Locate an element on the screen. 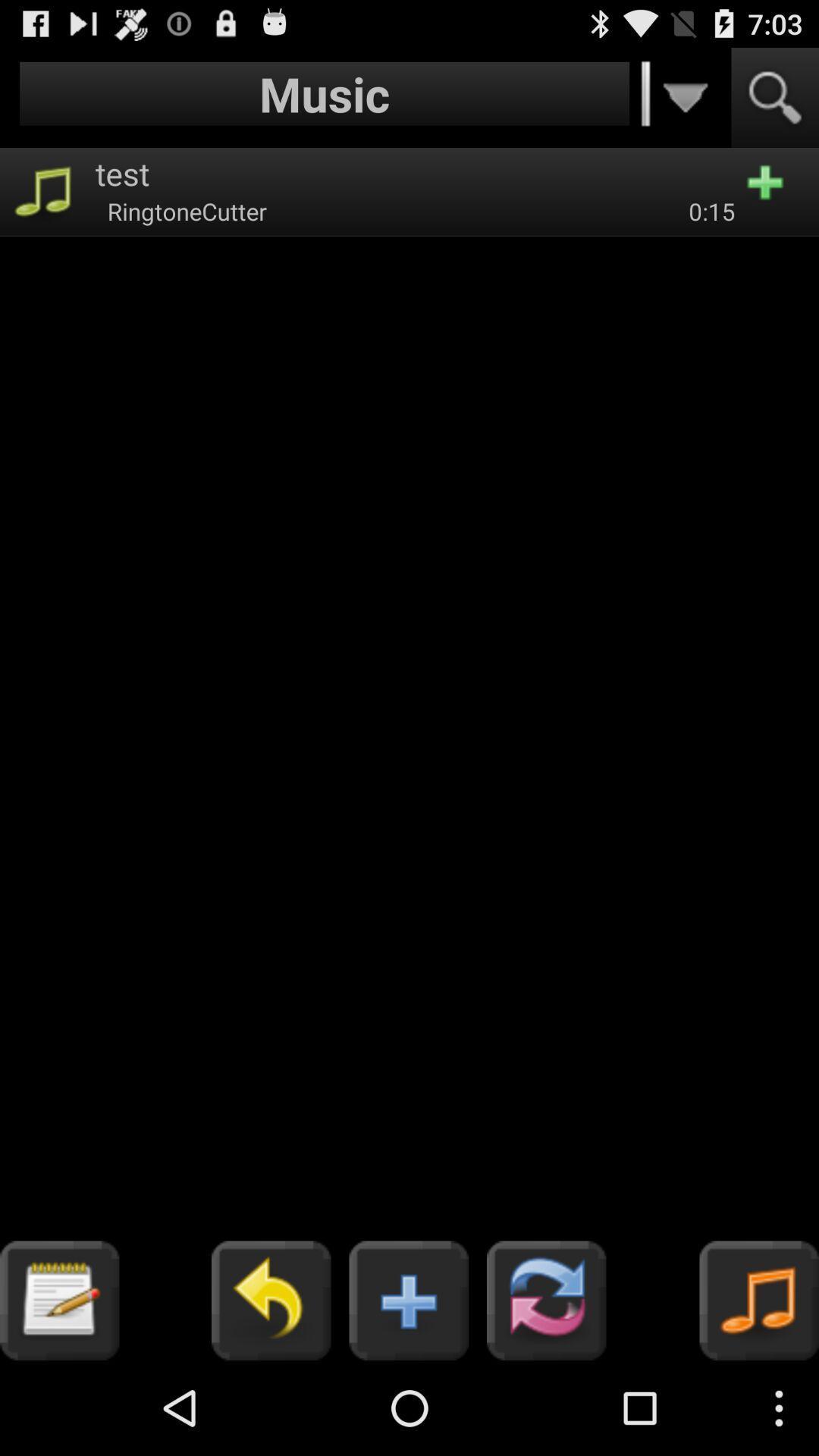  the reply icon is located at coordinates (270, 1392).